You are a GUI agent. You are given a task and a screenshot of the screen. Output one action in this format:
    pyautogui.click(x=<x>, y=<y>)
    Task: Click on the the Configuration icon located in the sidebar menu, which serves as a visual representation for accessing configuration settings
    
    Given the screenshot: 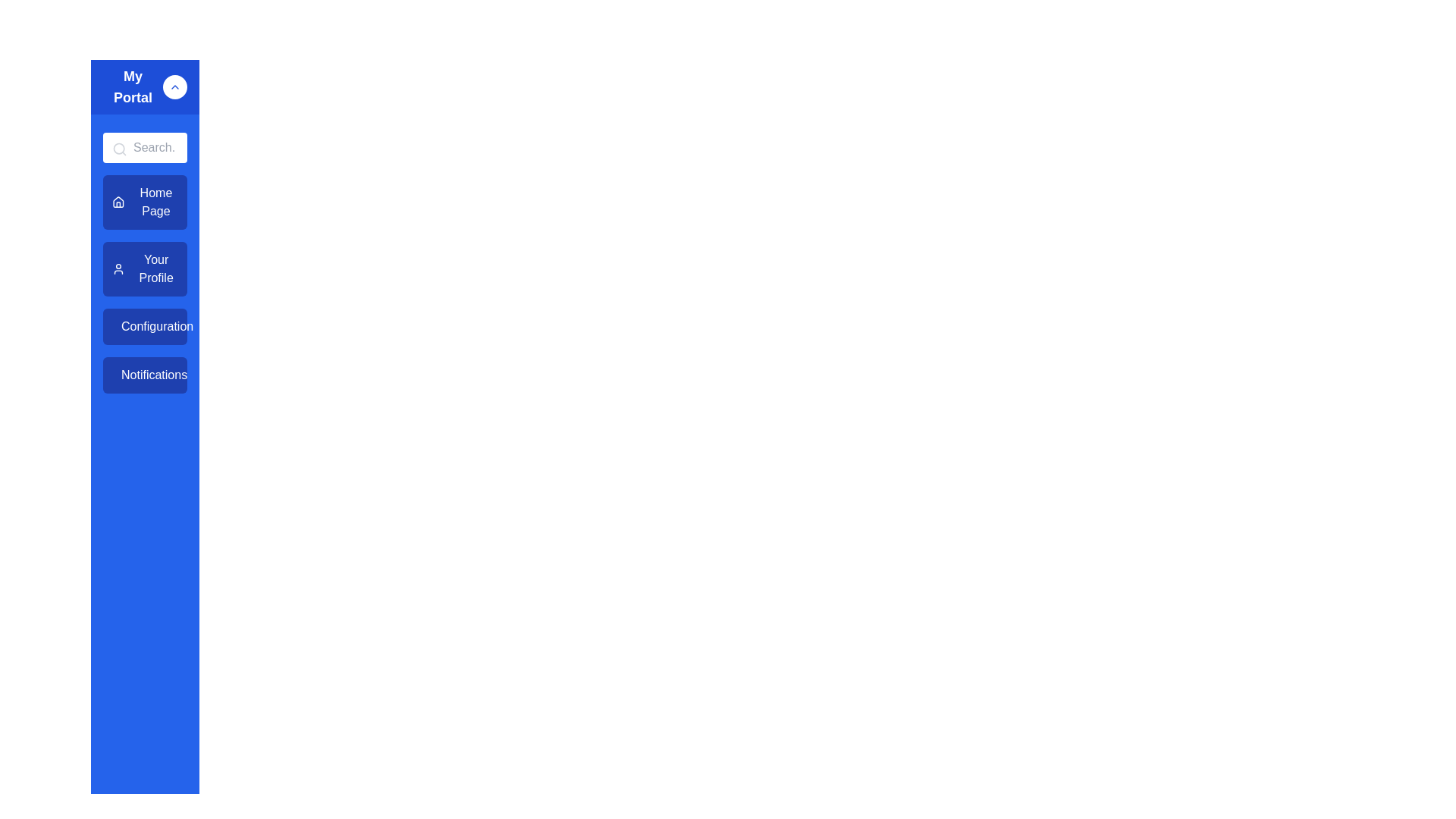 What is the action you would take?
    pyautogui.click(x=120, y=326)
    